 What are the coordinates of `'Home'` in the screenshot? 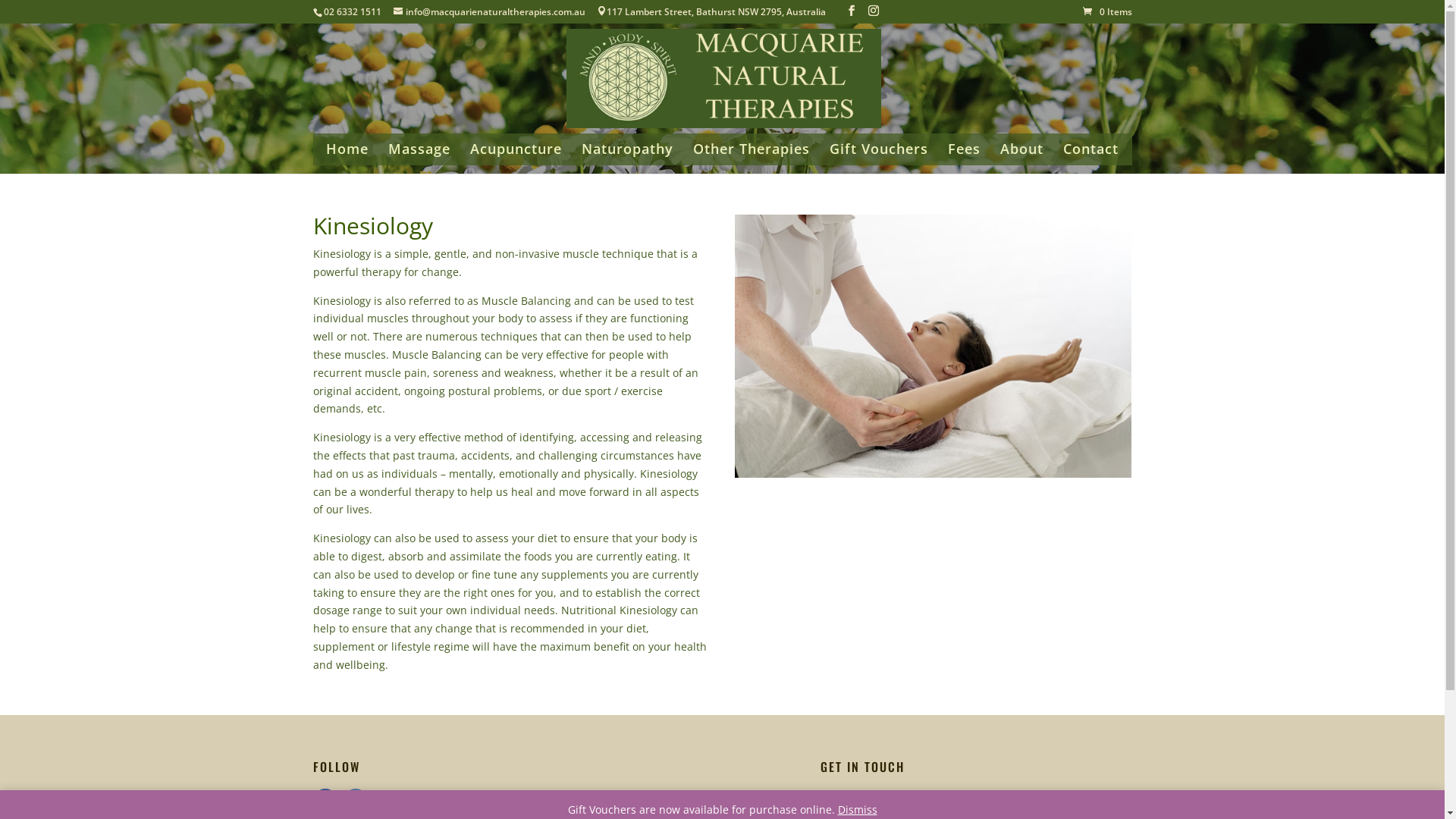 It's located at (346, 154).